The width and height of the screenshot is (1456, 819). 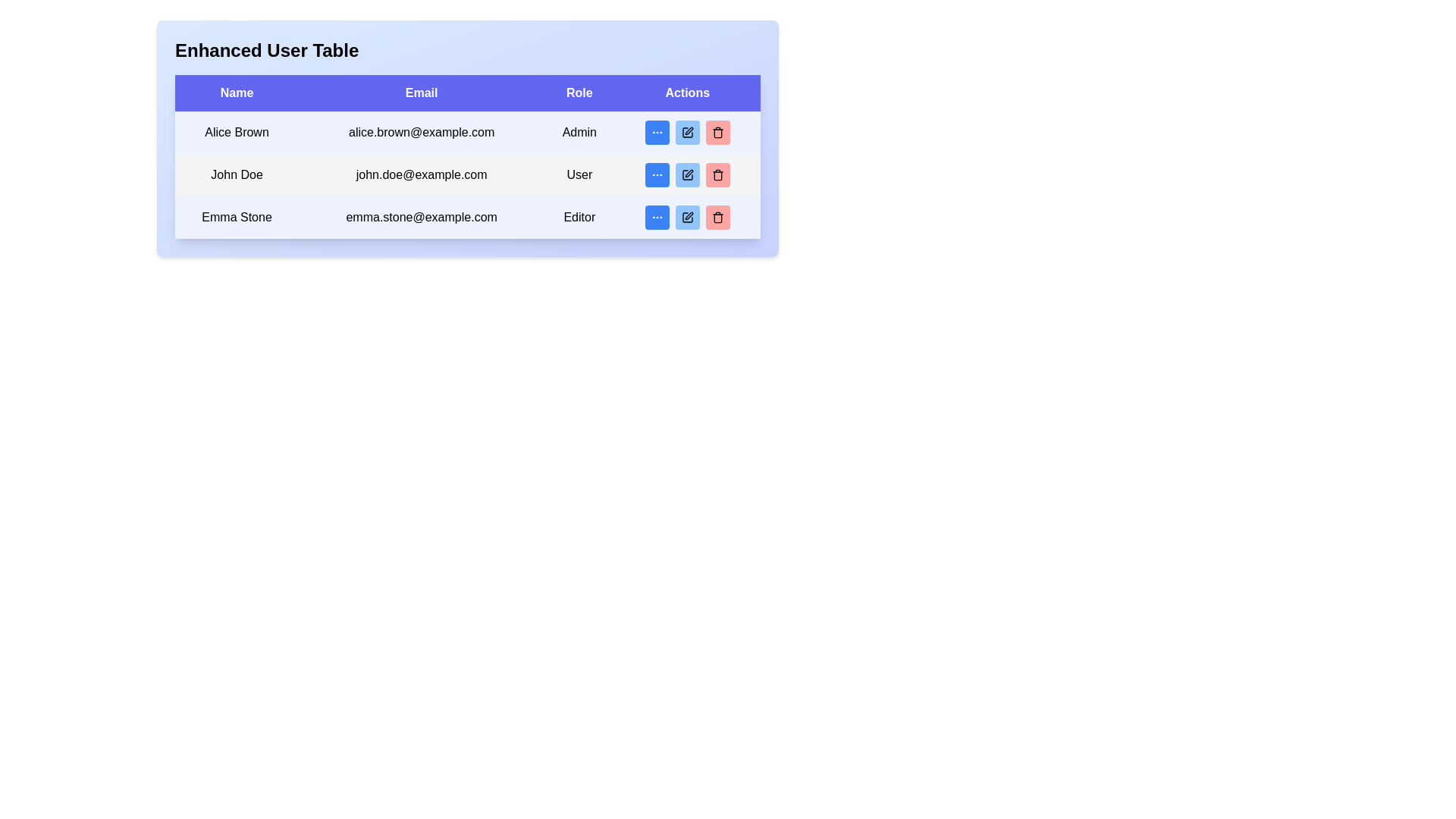 What do you see at coordinates (657, 174) in the screenshot?
I see `the blue button with rounded corners featuring a white-stroked ellipsis icon, located in the 'Actions' column aligned with the 'User' row` at bounding box center [657, 174].